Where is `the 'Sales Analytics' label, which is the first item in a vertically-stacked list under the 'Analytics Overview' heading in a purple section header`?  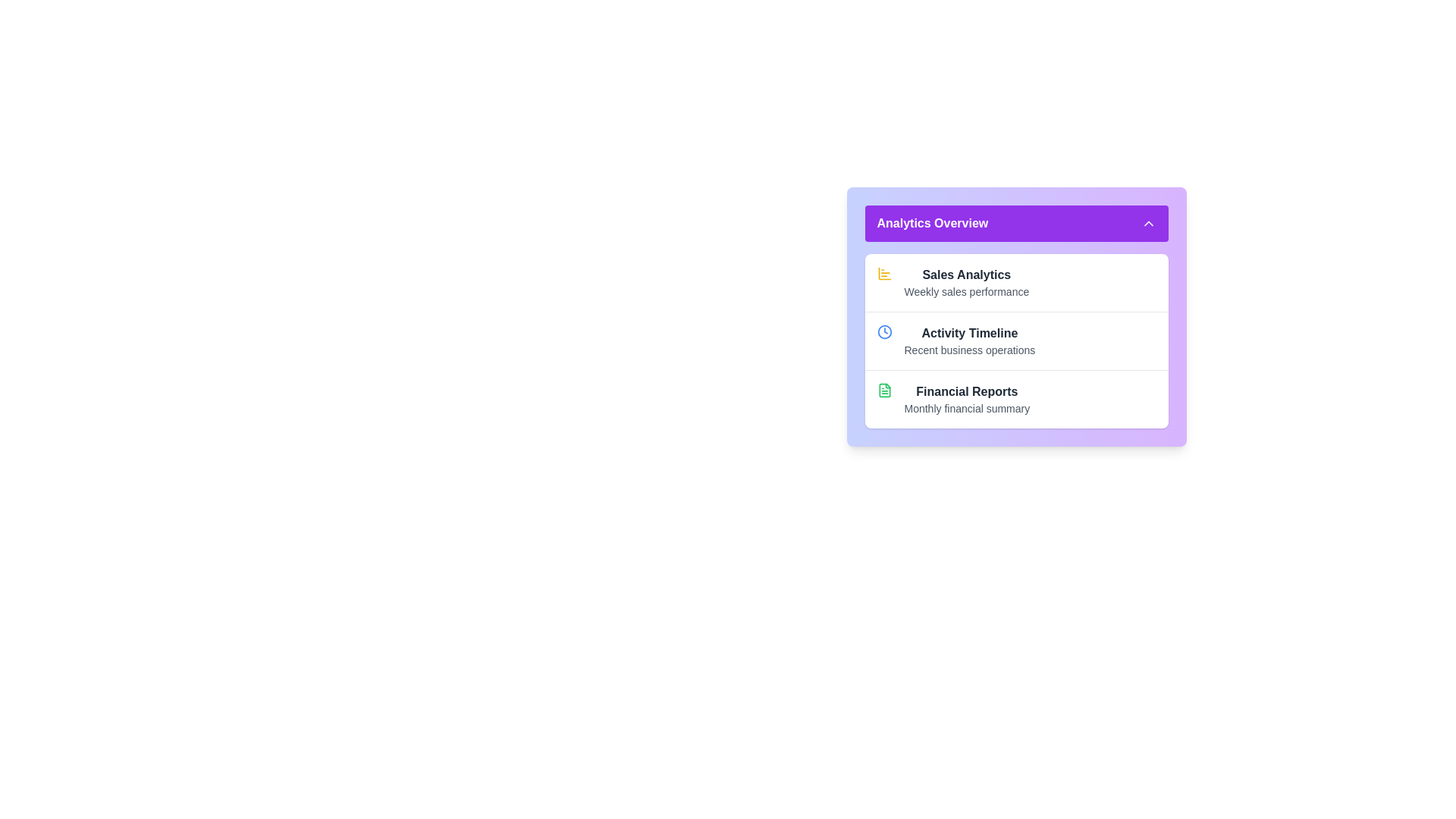 the 'Sales Analytics' label, which is the first item in a vertically-stacked list under the 'Analytics Overview' heading in a purple section header is located at coordinates (965, 283).